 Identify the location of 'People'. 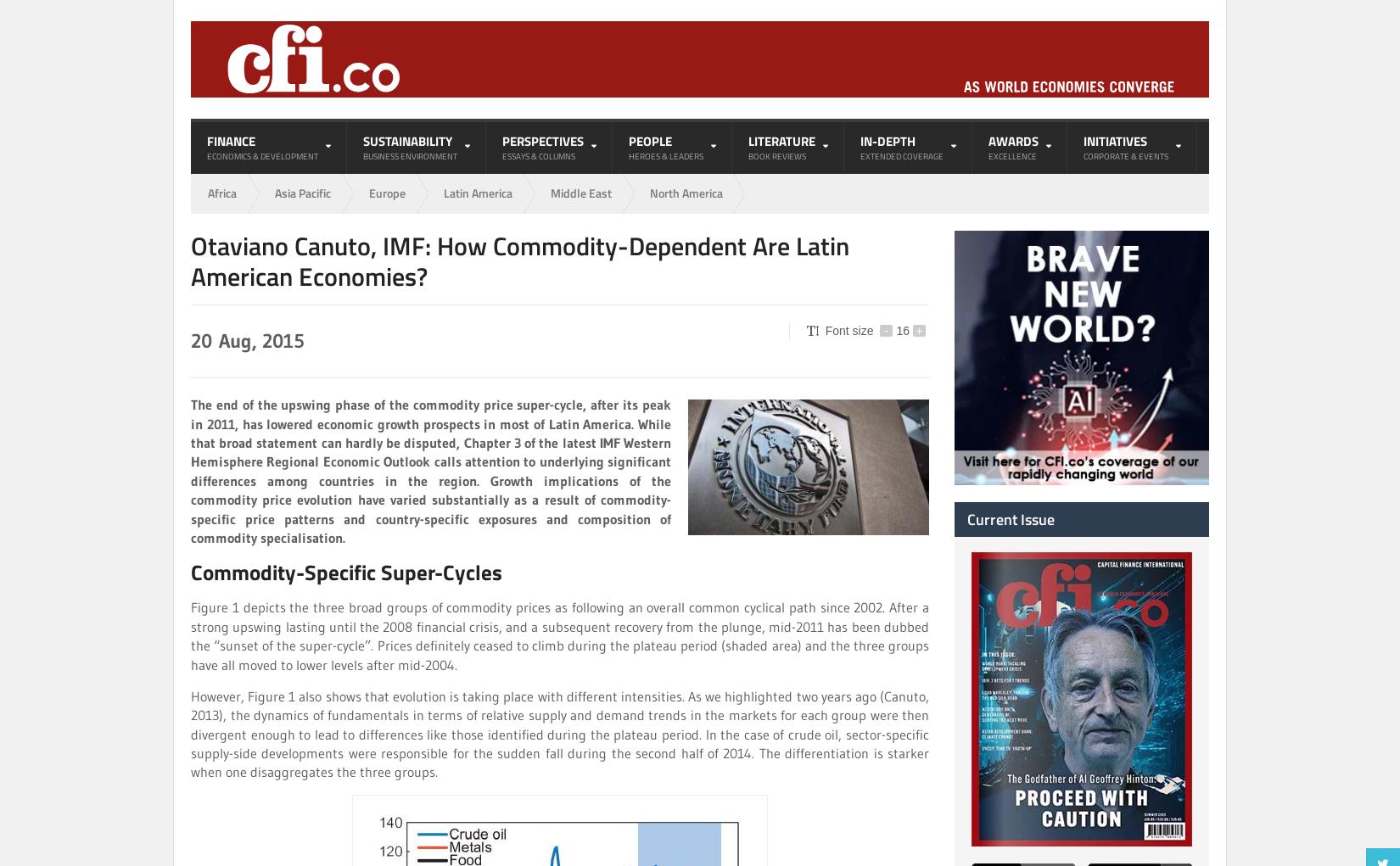
(649, 139).